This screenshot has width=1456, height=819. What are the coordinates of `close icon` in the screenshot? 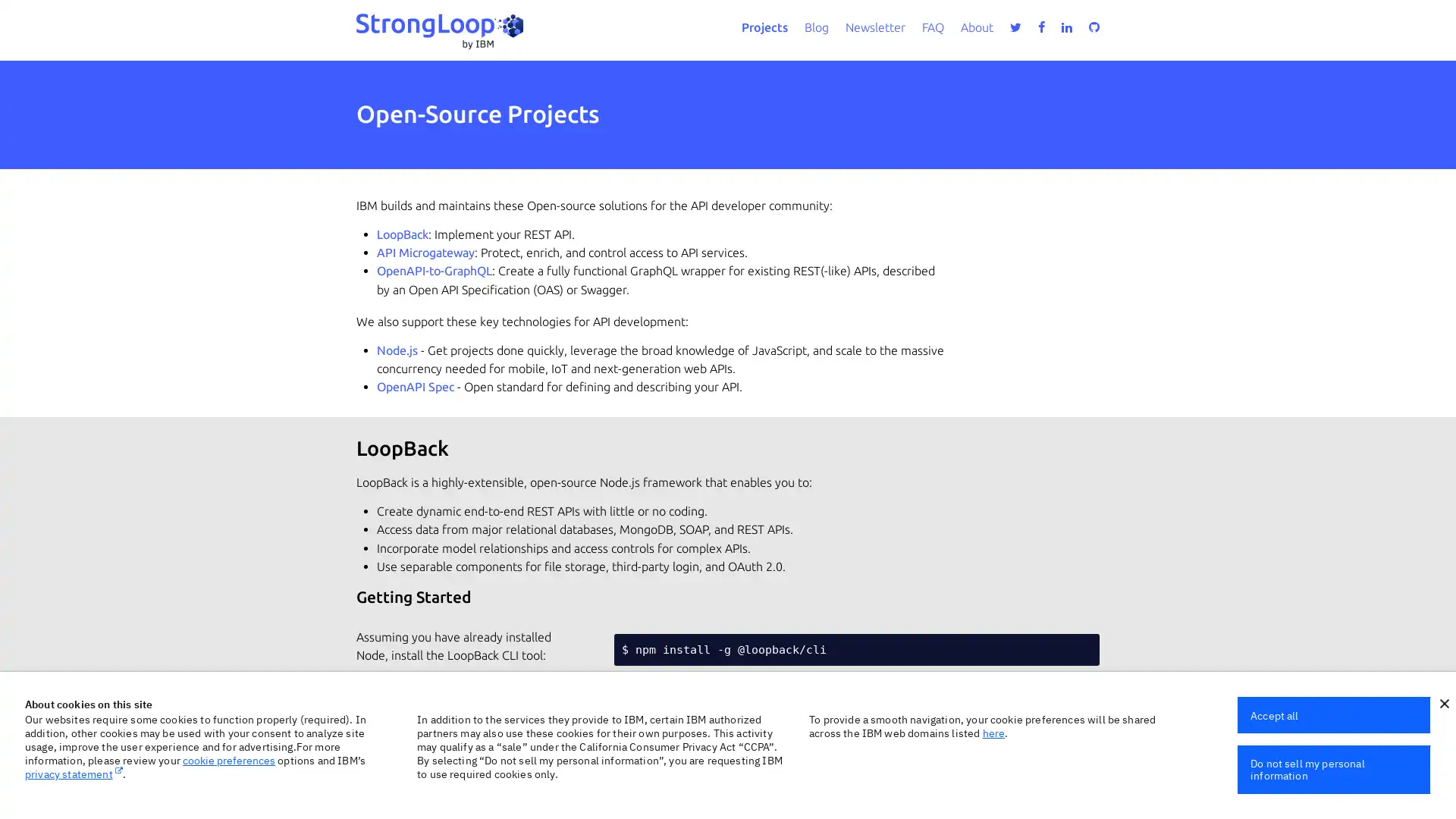 It's located at (1444, 704).